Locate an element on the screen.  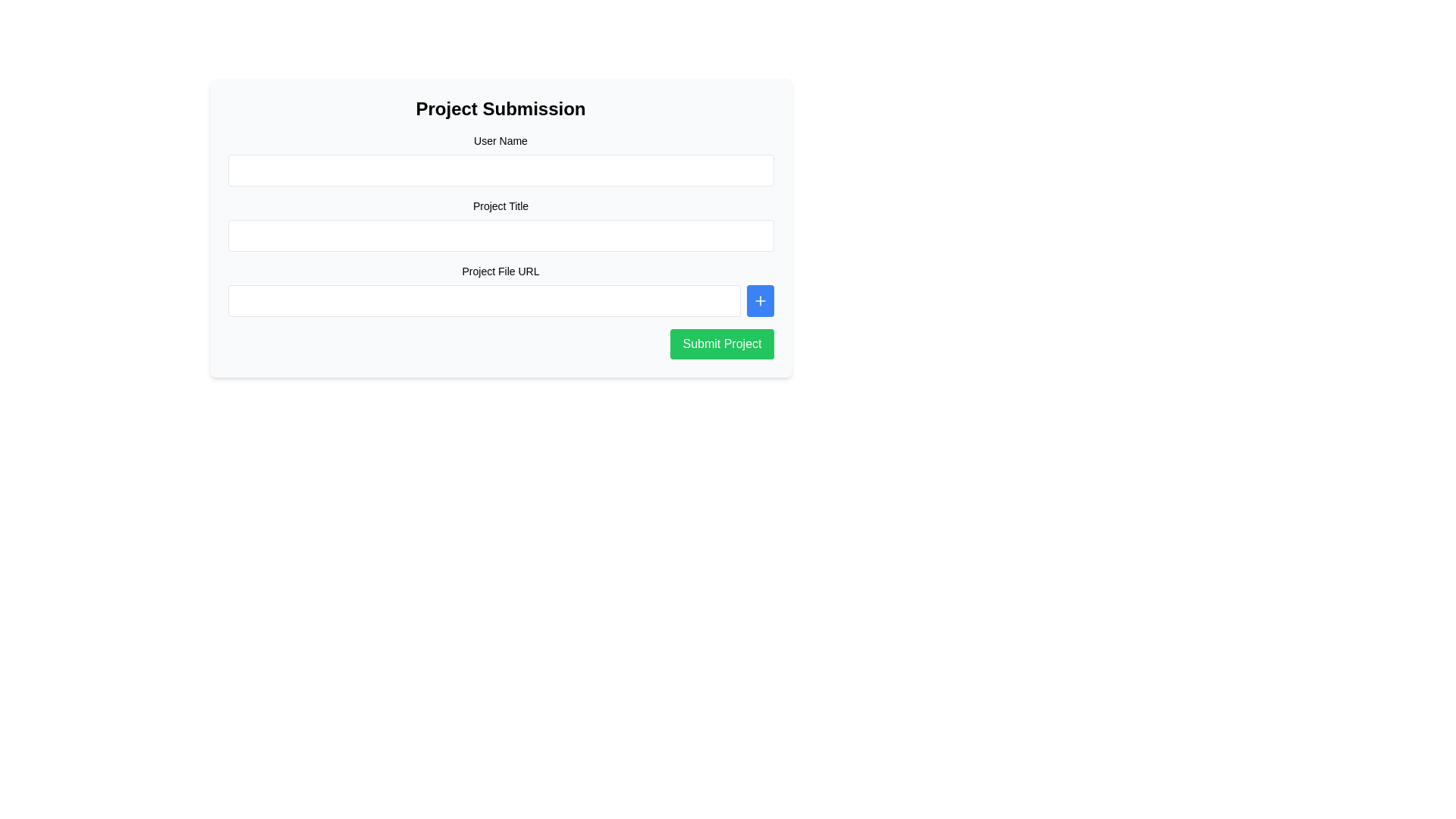
the 'Submit Project' button with a bold green background located at the bottom-right of the 'Project Submission' form to change its color is located at coordinates (721, 344).